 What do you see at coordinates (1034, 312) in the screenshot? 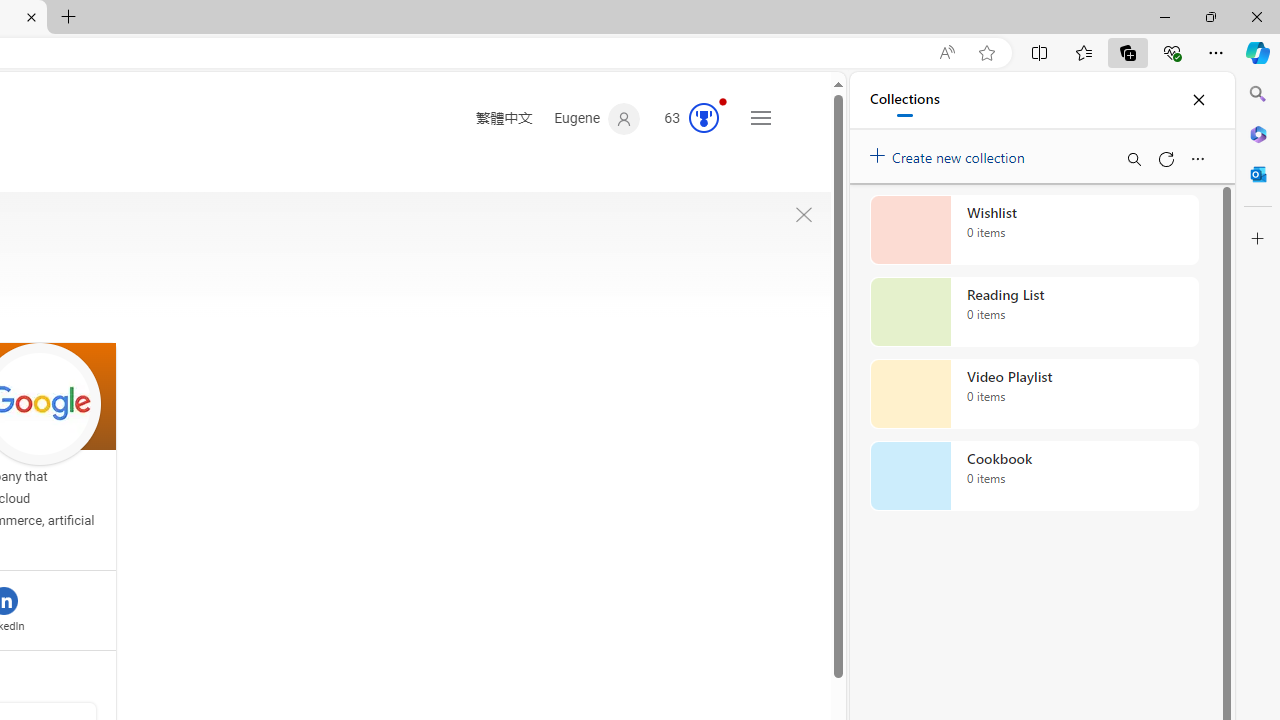
I see `'Reading List collection, 0 items'` at bounding box center [1034, 312].